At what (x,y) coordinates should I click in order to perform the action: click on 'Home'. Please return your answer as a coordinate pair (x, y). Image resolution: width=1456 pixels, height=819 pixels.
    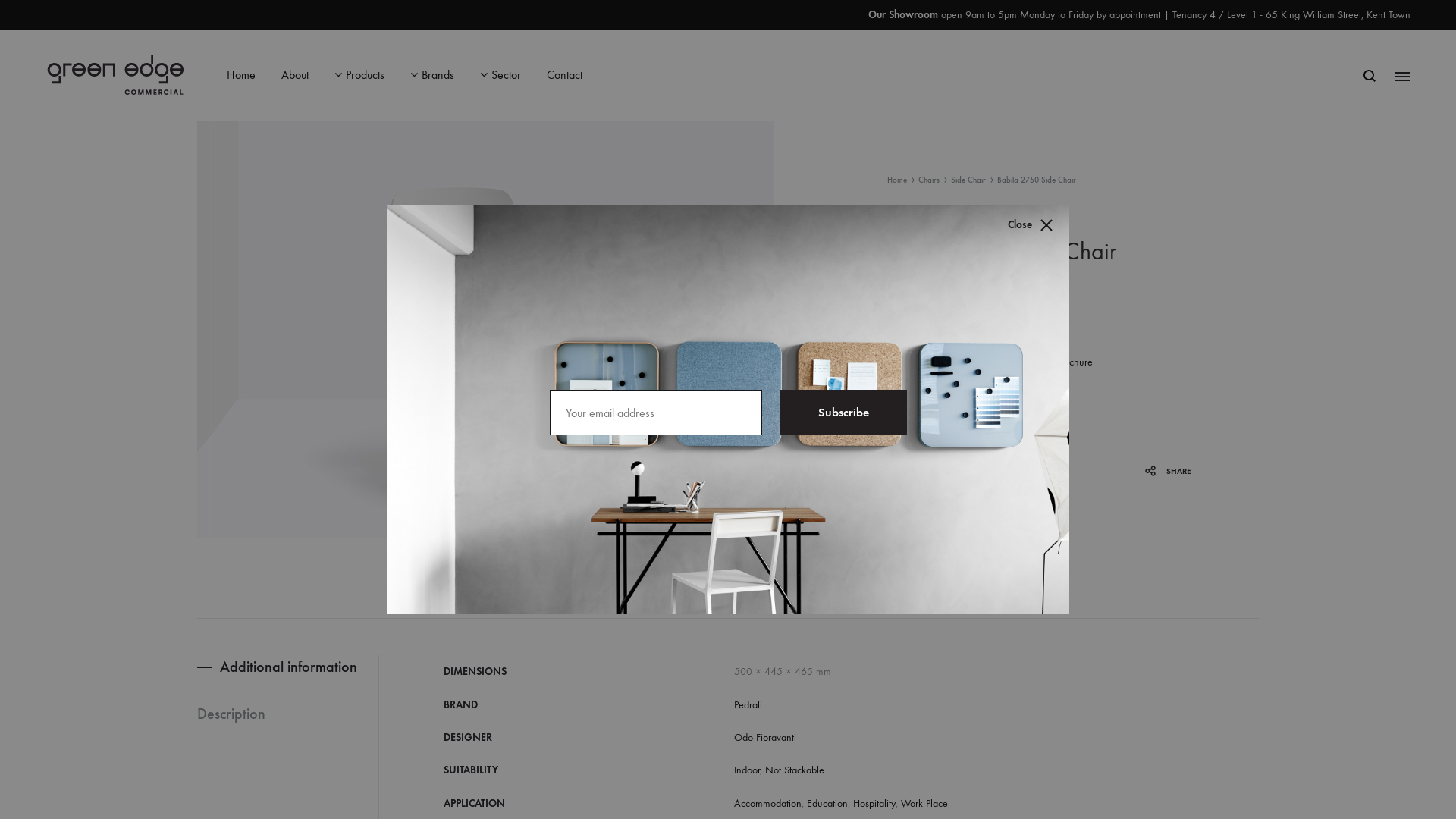
    Looking at the image, I should click on (887, 179).